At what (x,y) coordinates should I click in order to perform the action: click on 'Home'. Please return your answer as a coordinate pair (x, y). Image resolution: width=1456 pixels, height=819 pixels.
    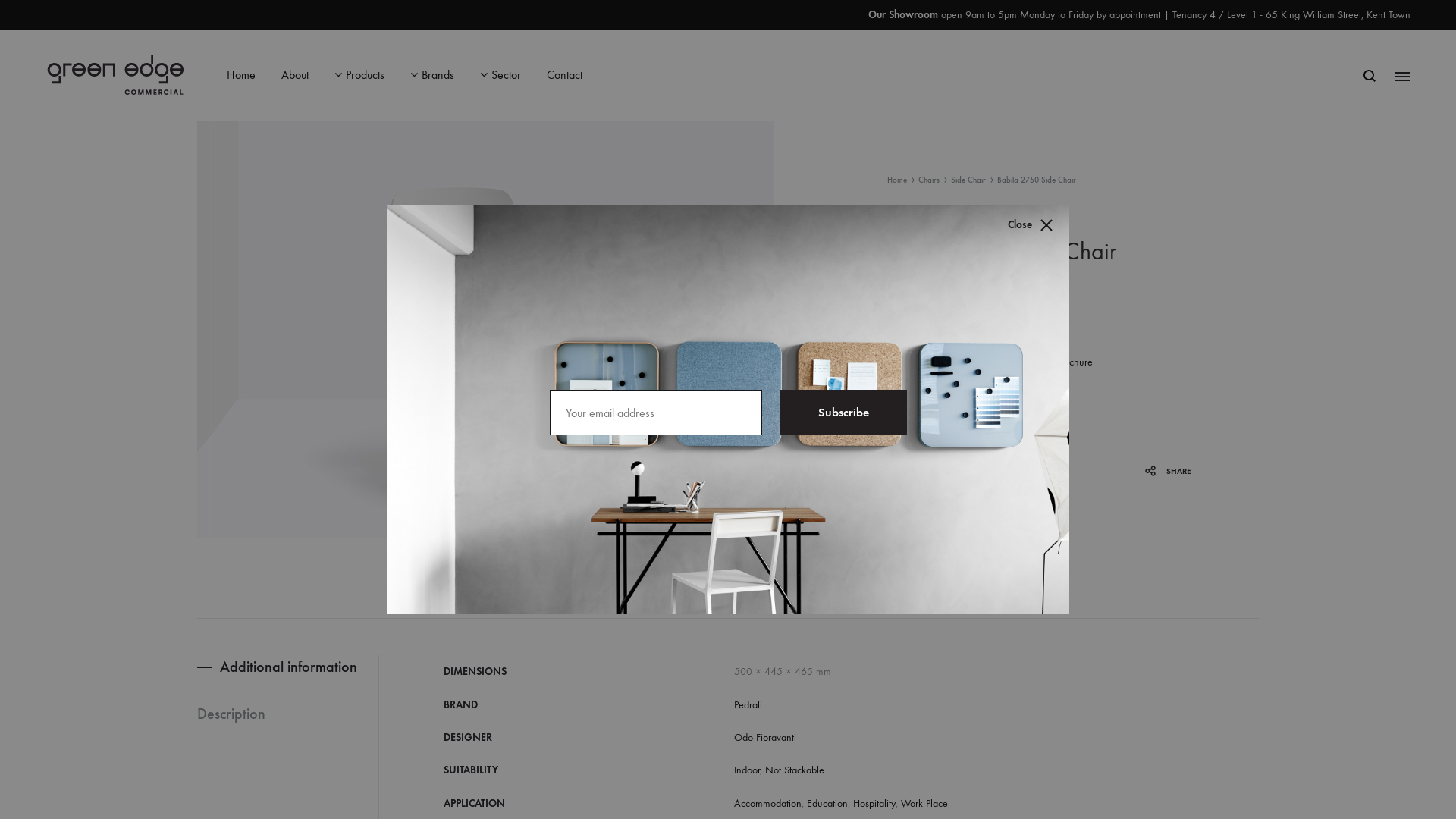
    Looking at the image, I should click on (887, 179).